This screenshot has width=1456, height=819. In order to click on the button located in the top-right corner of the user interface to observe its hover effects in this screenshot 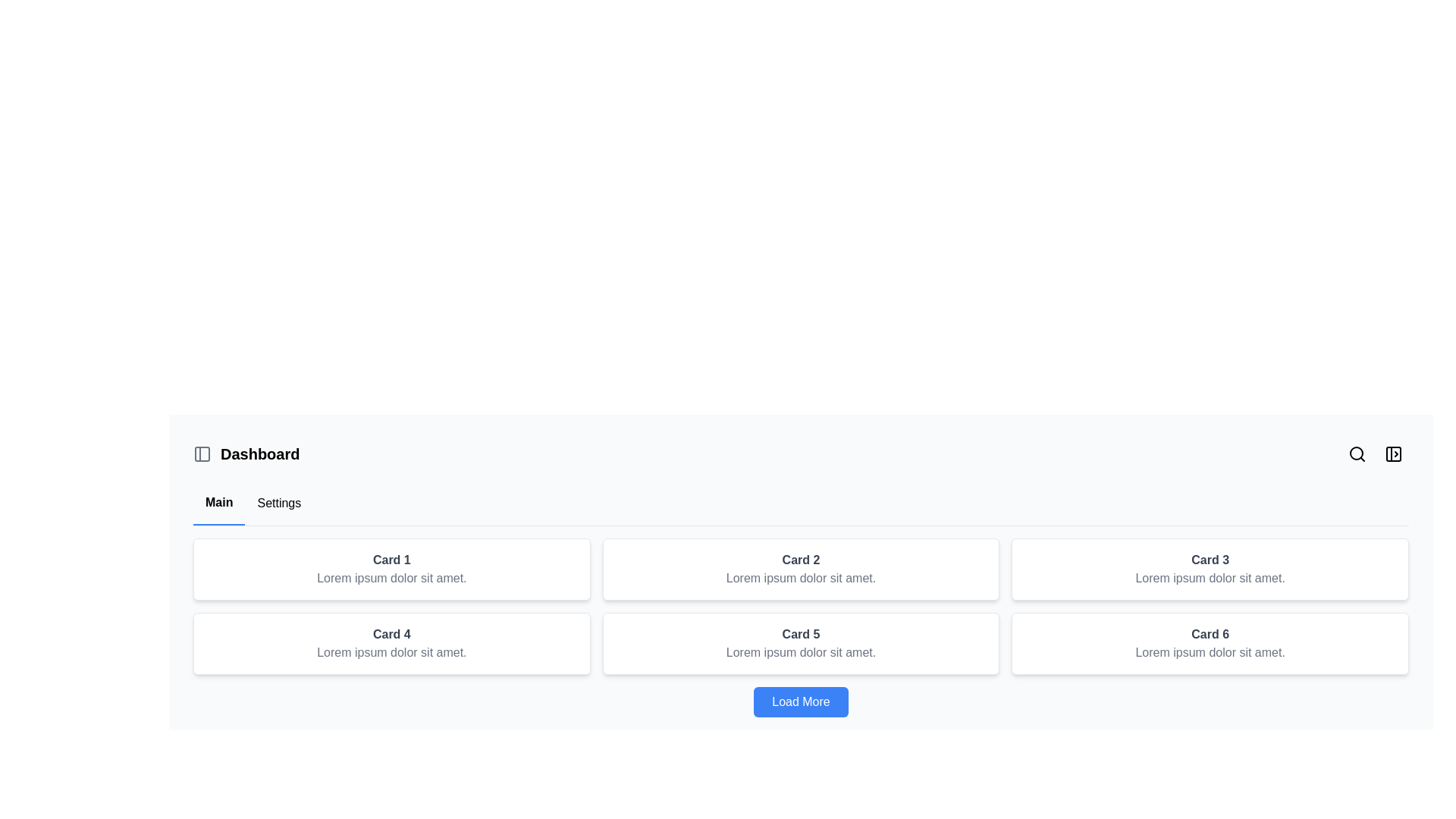, I will do `click(1394, 453)`.